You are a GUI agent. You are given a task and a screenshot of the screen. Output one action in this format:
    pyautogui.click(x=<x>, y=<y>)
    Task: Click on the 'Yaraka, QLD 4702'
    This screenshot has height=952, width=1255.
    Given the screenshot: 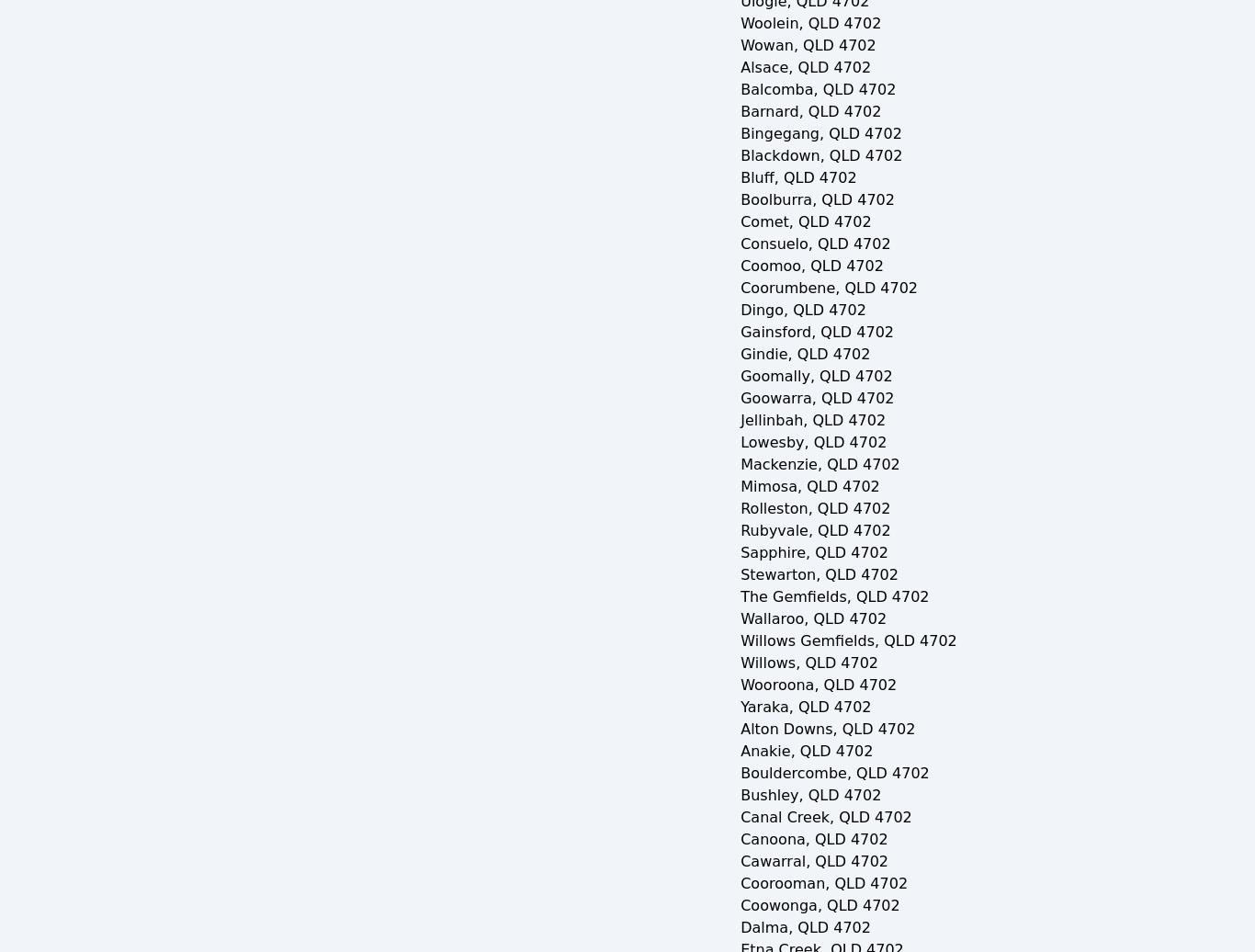 What is the action you would take?
    pyautogui.click(x=804, y=707)
    